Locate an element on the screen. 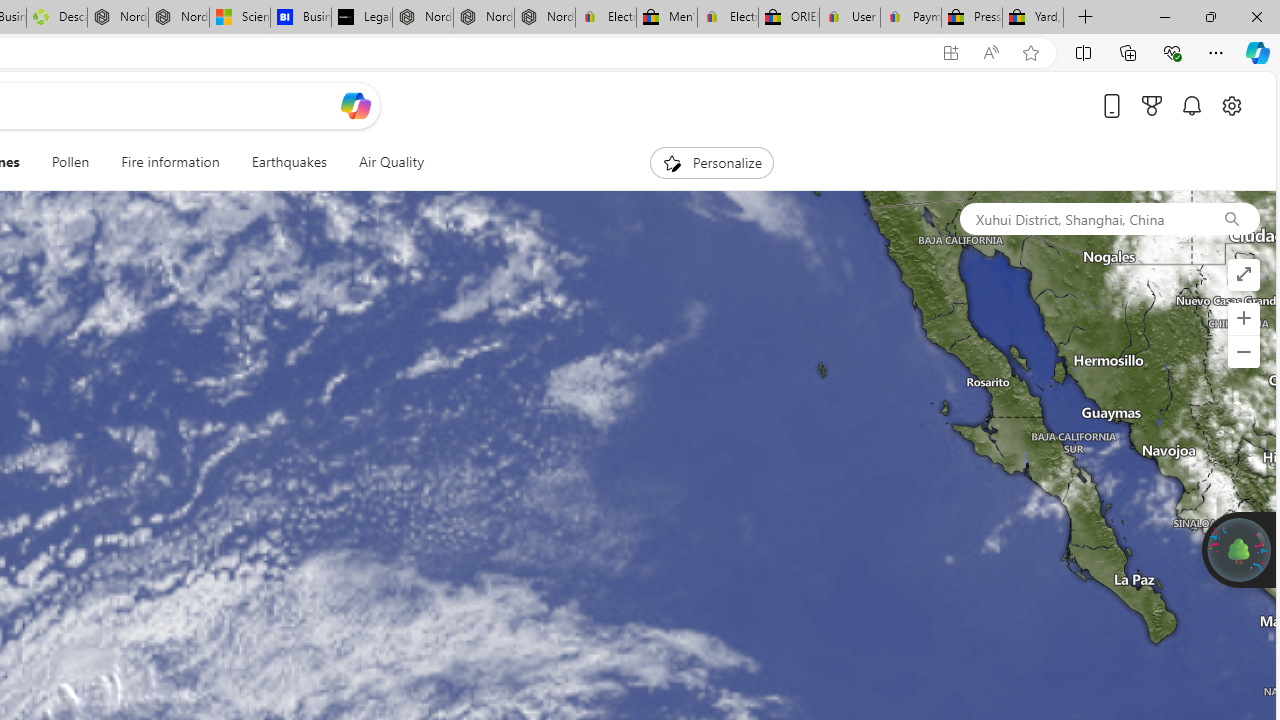 The height and width of the screenshot is (720, 1280). 'Pollen' is located at coordinates (70, 162).